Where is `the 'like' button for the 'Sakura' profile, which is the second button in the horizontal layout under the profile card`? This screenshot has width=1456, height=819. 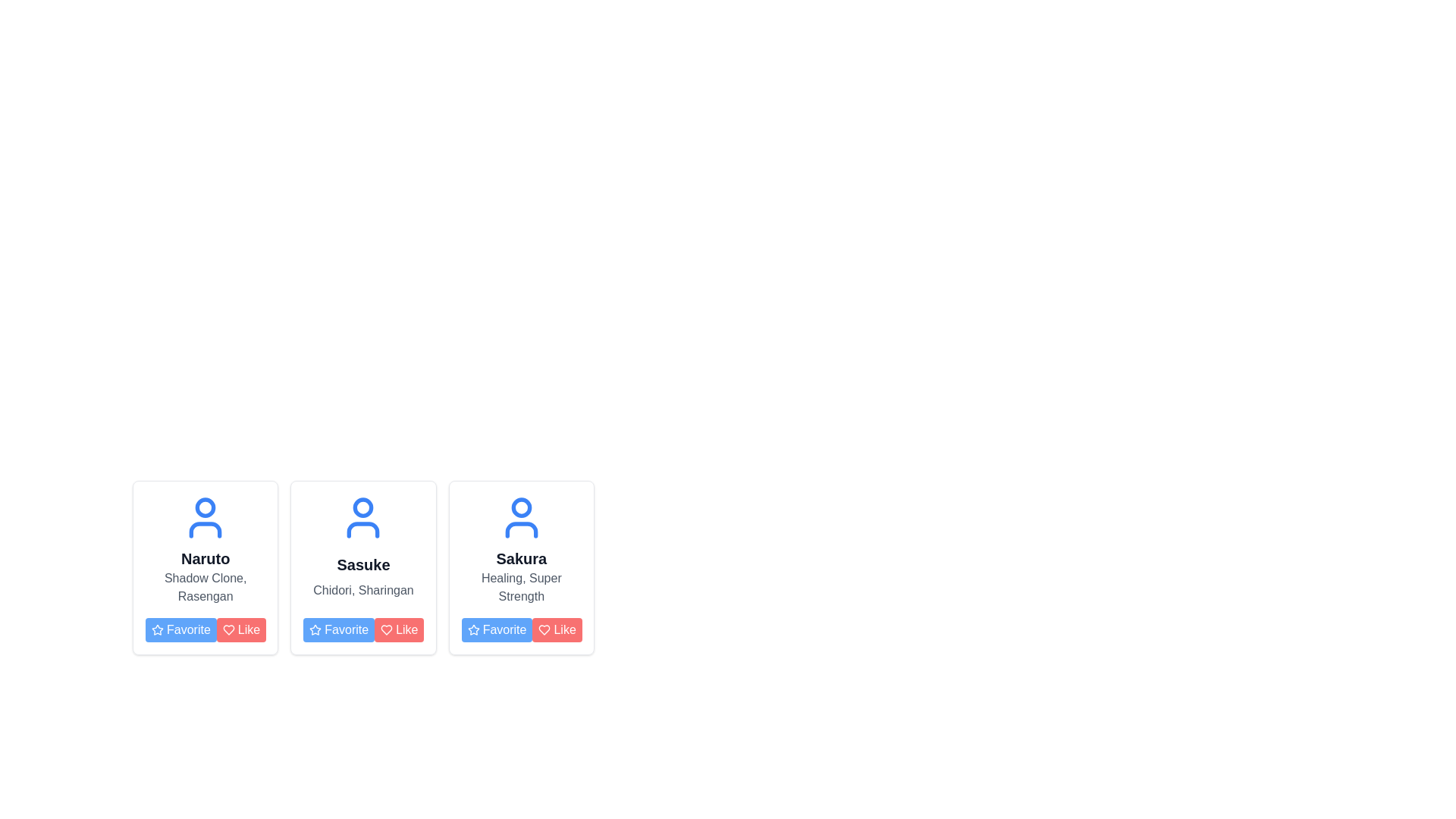 the 'like' button for the 'Sakura' profile, which is the second button in the horizontal layout under the profile card is located at coordinates (556, 629).